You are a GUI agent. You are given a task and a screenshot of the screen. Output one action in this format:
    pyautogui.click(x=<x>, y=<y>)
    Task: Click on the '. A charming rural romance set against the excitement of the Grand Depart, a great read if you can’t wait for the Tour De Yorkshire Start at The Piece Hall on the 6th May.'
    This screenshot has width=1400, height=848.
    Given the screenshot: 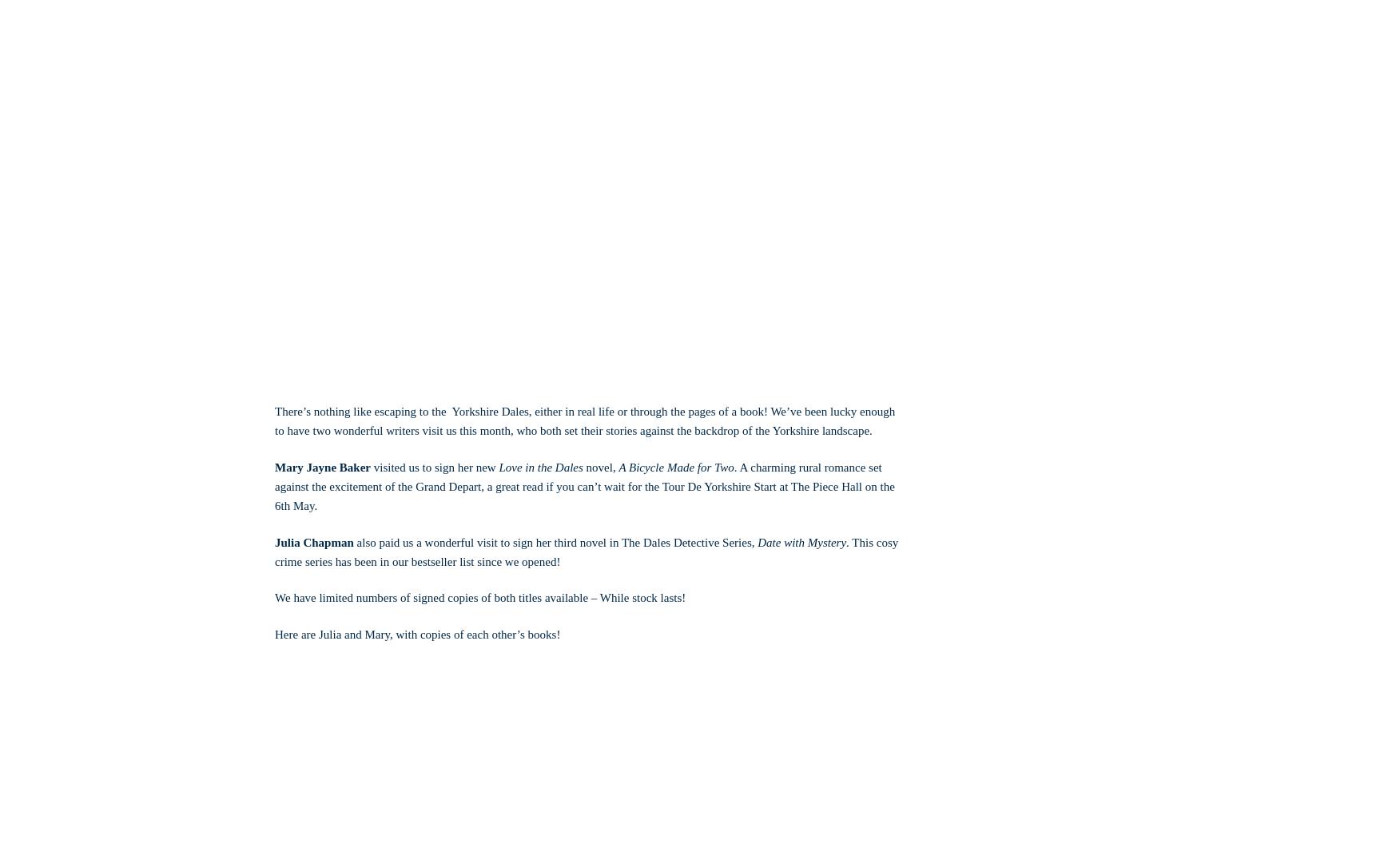 What is the action you would take?
    pyautogui.click(x=584, y=485)
    